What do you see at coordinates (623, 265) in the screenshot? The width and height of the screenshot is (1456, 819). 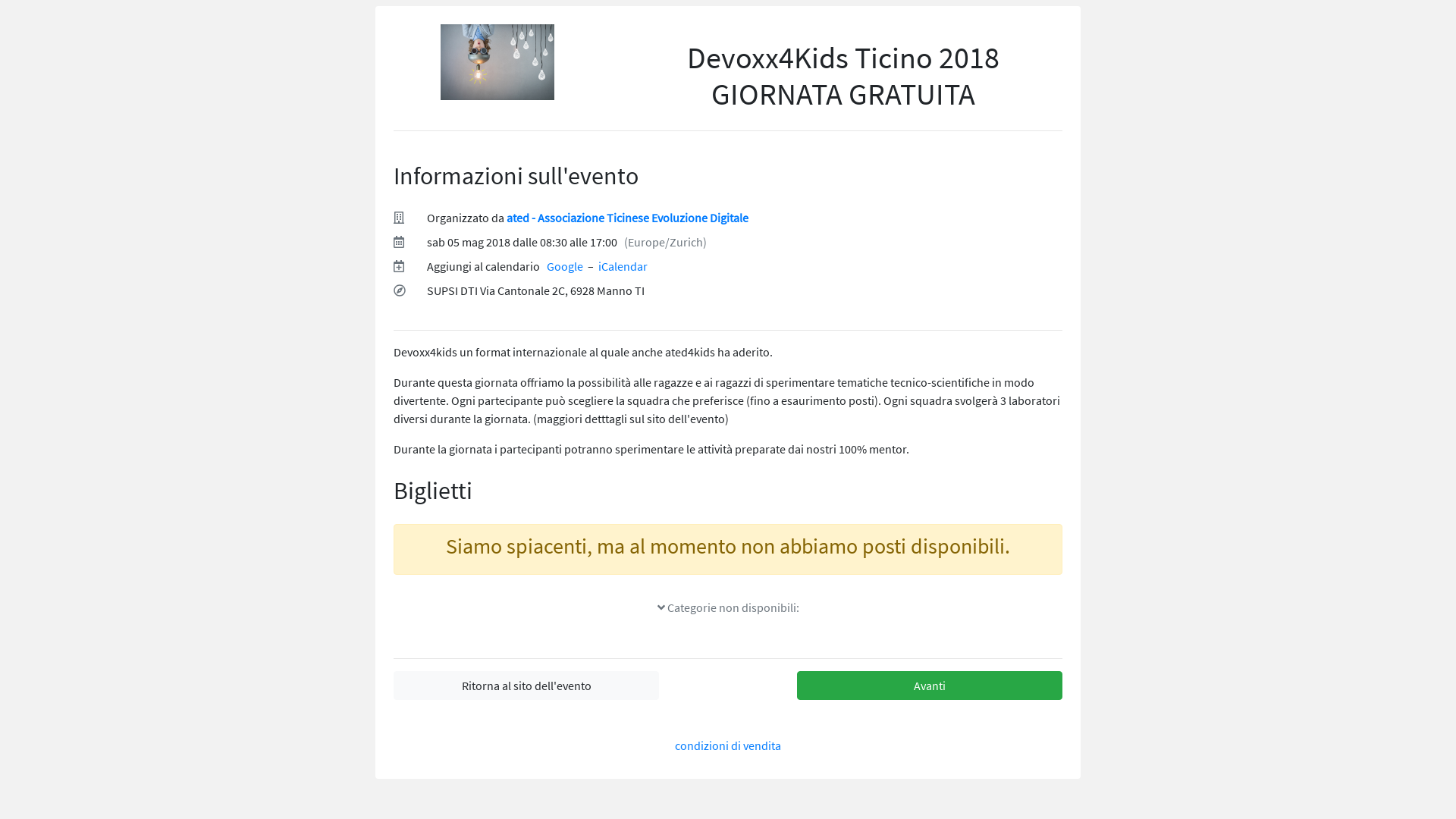 I see `'iCalendar'` at bounding box center [623, 265].